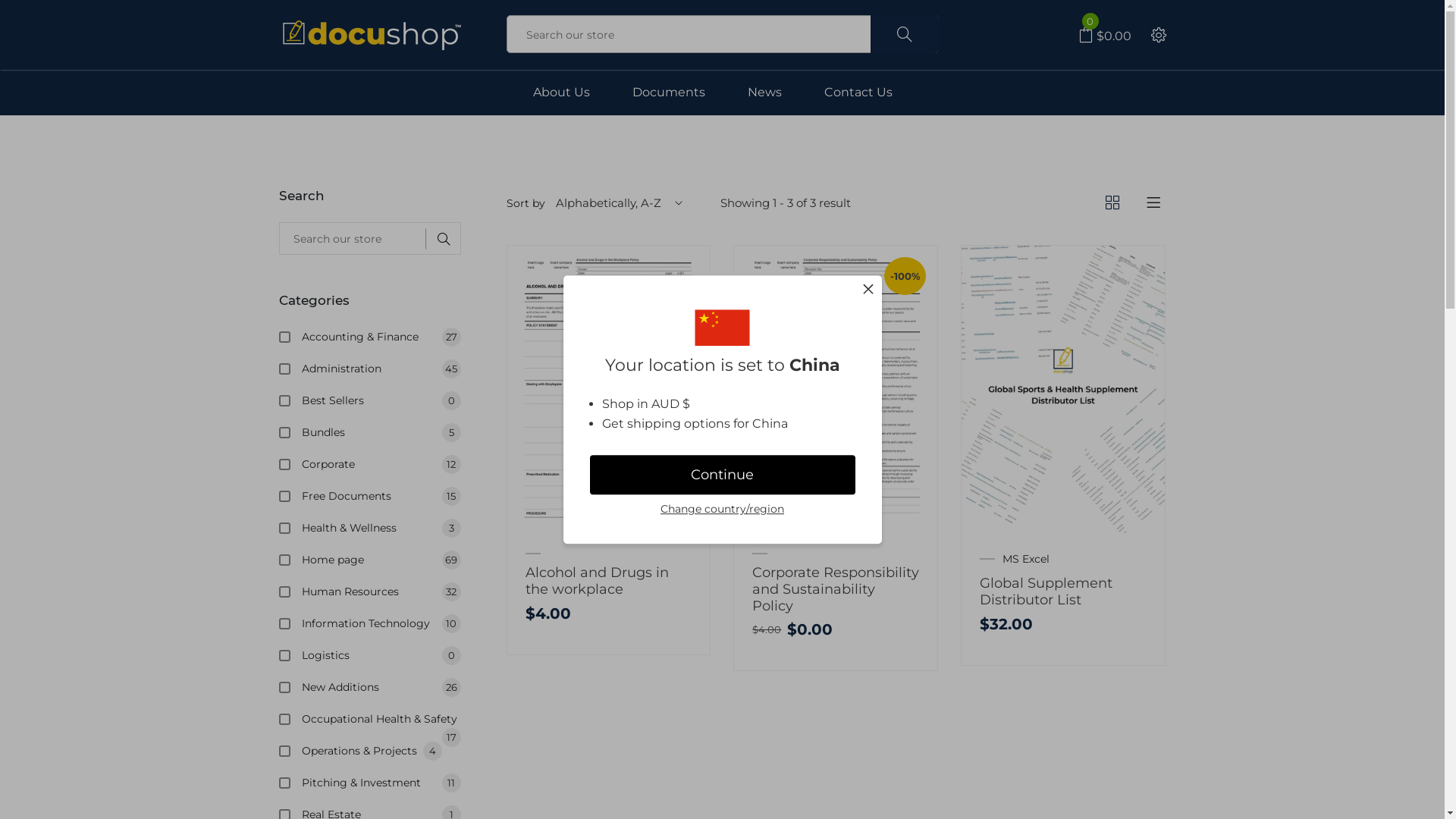 The image size is (1456, 819). What do you see at coordinates (560, 93) in the screenshot?
I see `'About Us'` at bounding box center [560, 93].